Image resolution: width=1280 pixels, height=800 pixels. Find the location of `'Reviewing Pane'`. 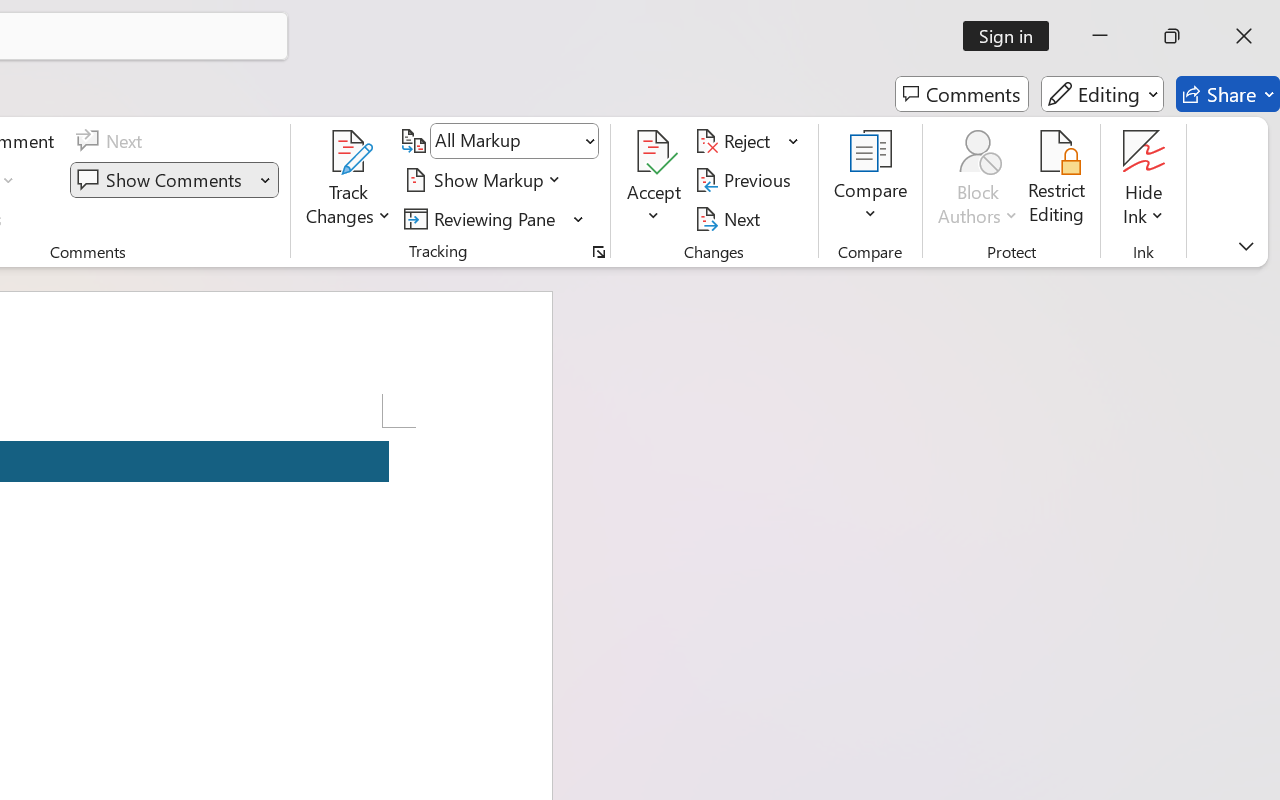

'Reviewing Pane' is located at coordinates (483, 218).